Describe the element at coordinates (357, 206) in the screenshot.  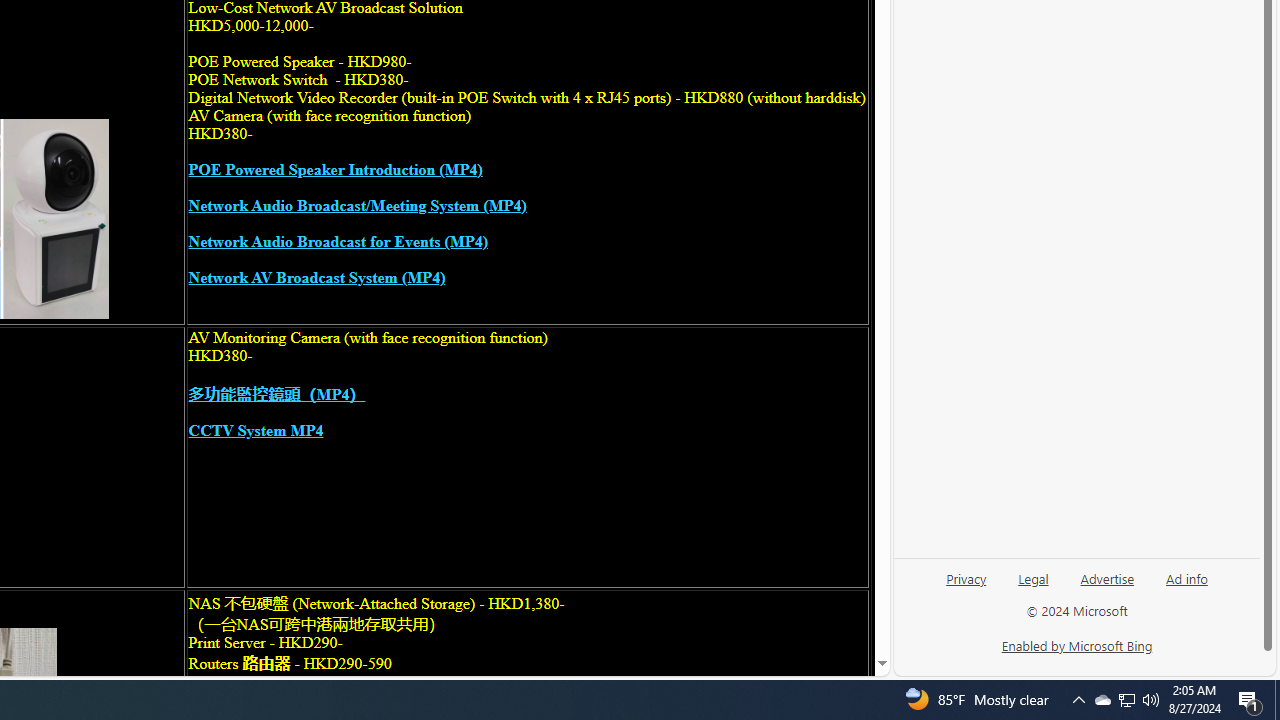
I see `'Network Audio Broadcast/Meeting System (MP4)'` at that location.